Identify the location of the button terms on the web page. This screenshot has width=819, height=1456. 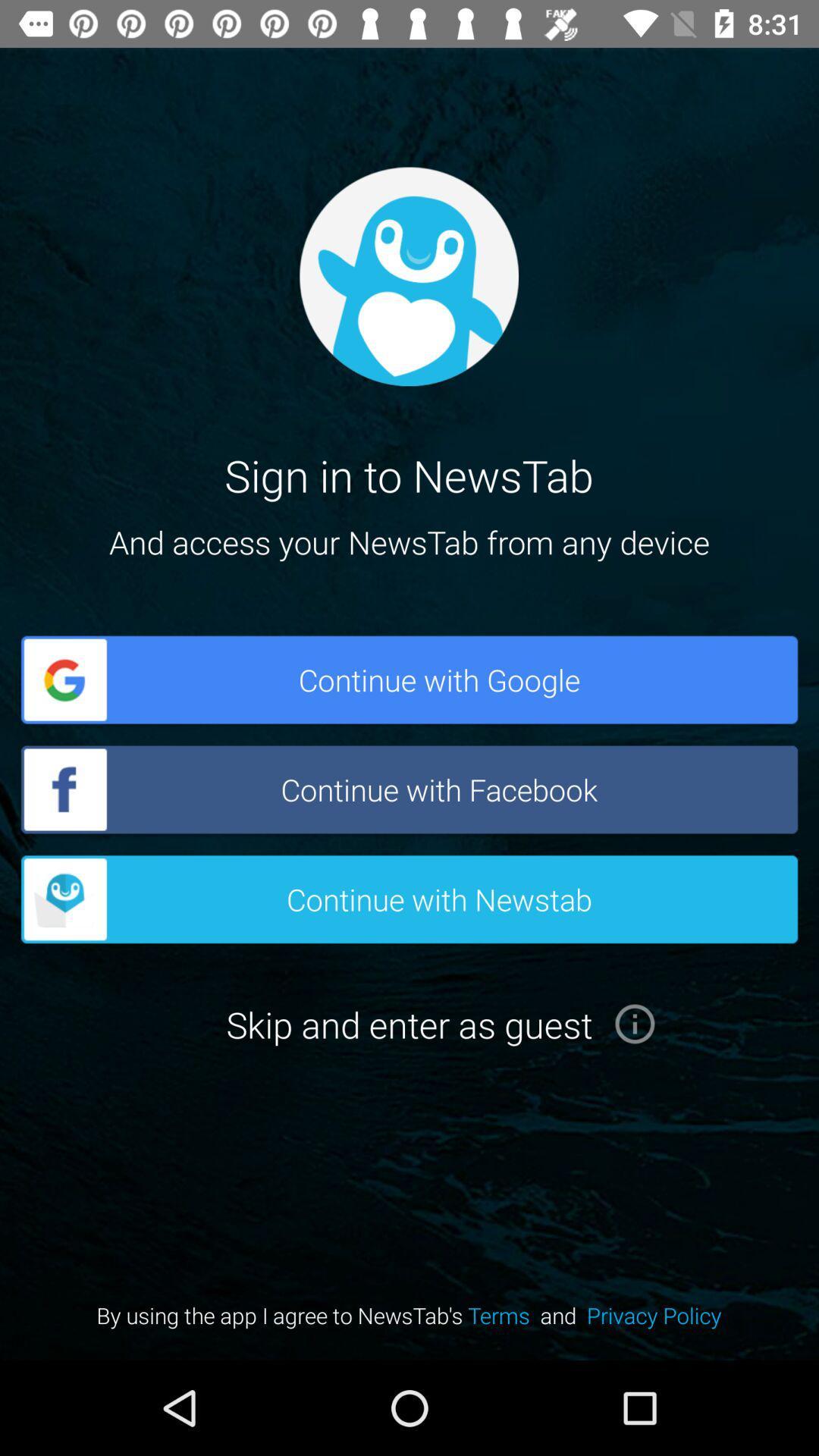
(504, 1314).